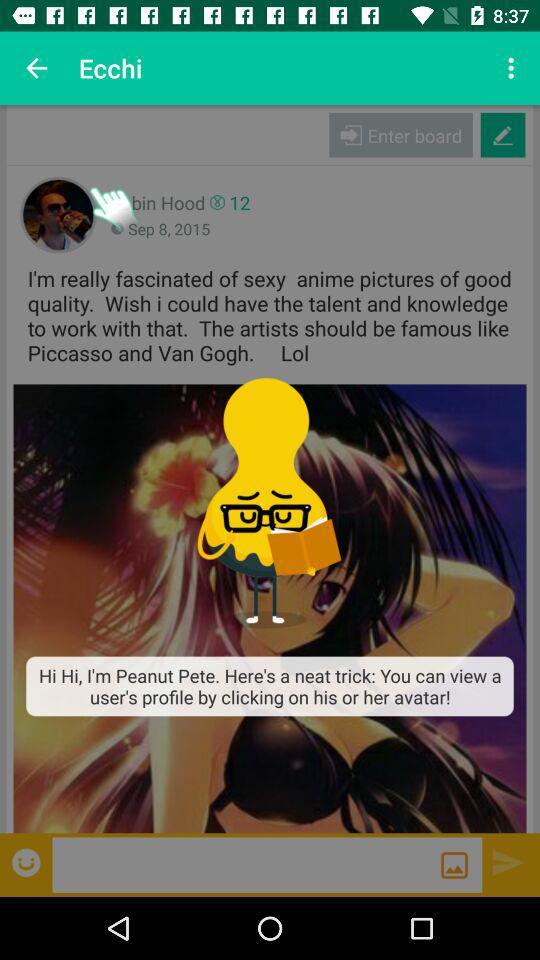 The height and width of the screenshot is (960, 540). Describe the element at coordinates (36, 68) in the screenshot. I see `item to the left of the ecchi  app` at that location.